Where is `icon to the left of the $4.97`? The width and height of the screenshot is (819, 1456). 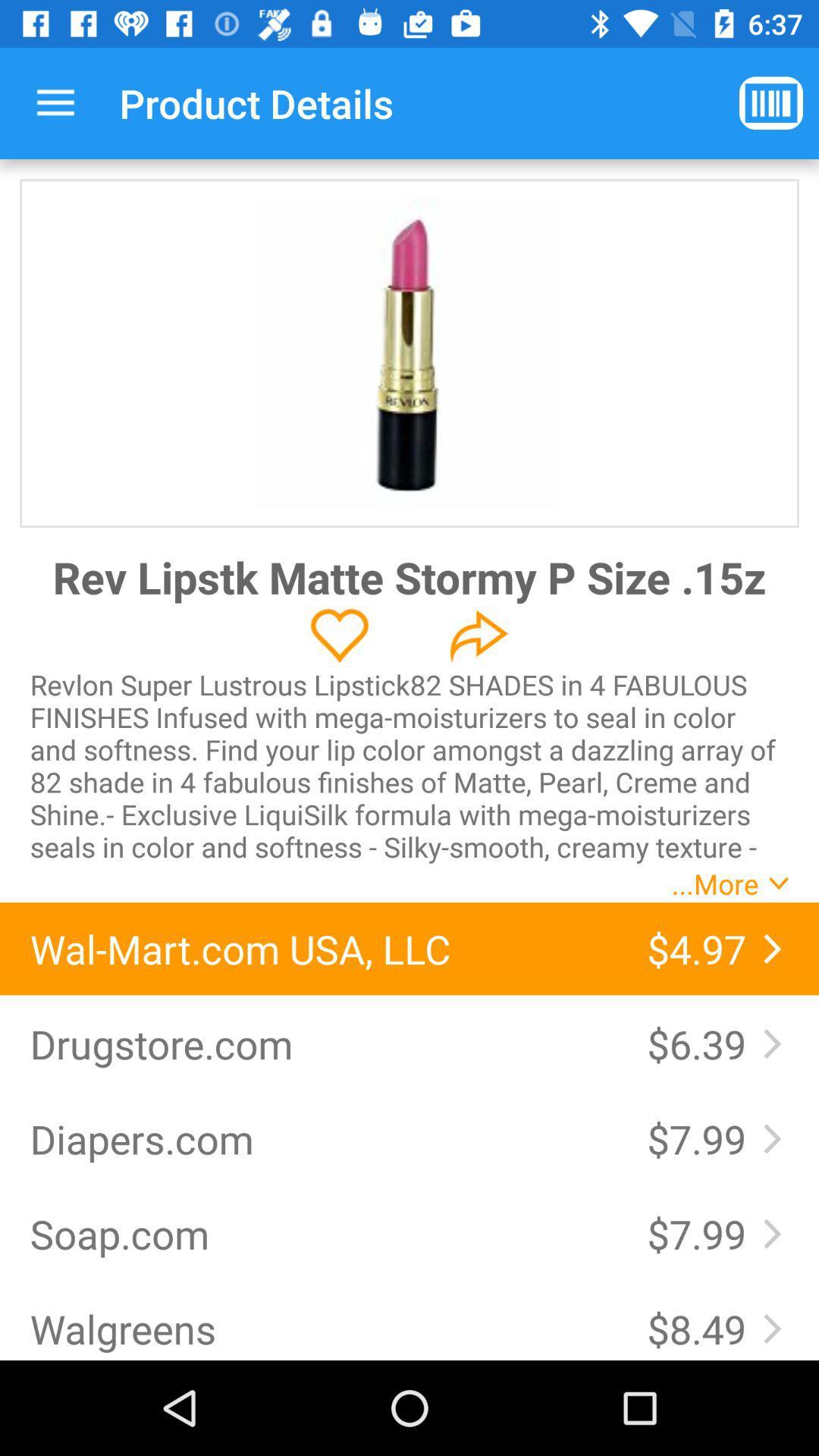
icon to the left of the $4.97 is located at coordinates (322, 948).